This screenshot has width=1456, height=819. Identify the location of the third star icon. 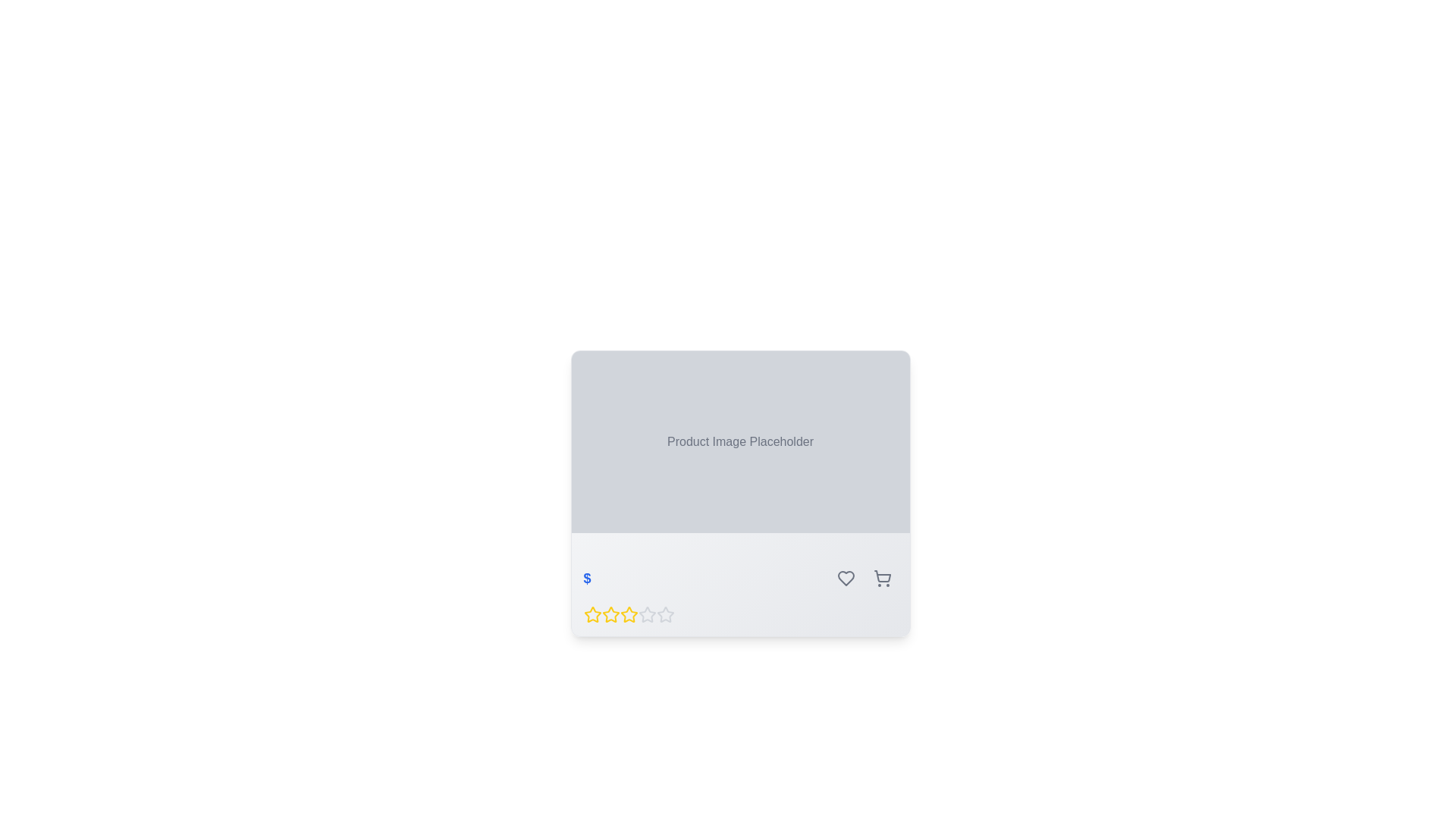
(629, 614).